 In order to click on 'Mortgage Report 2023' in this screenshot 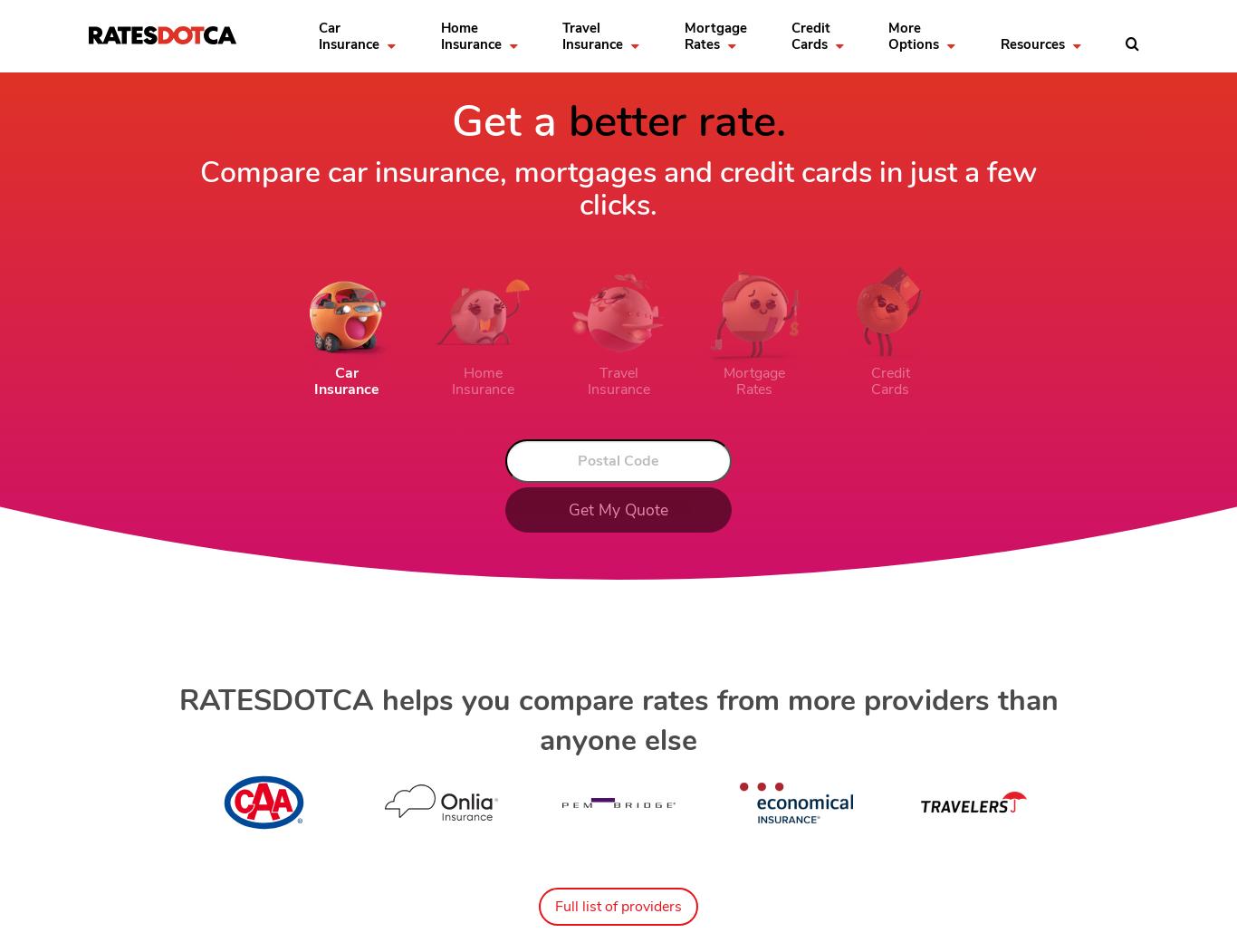, I will do `click(440, 368)`.